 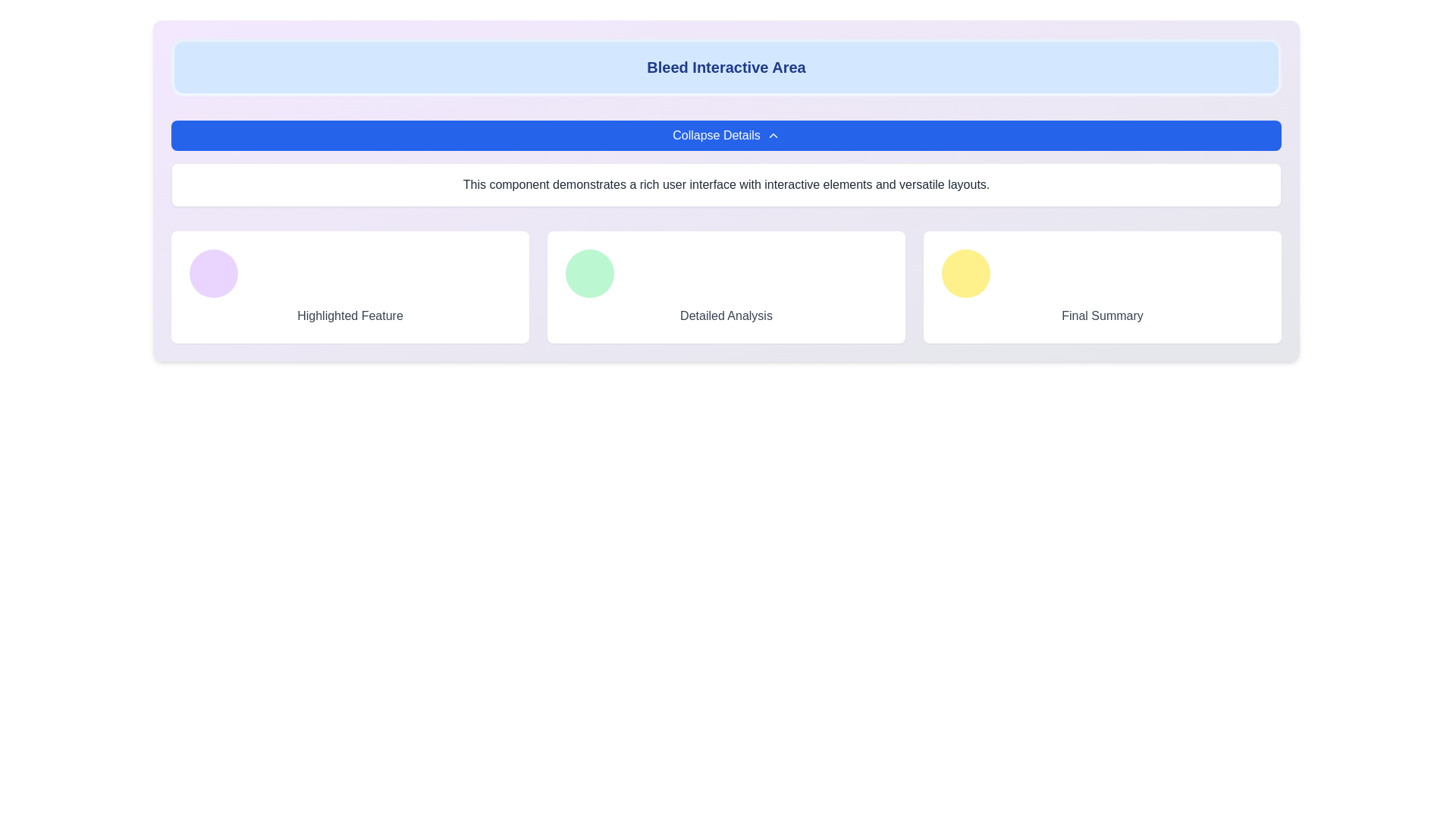 What do you see at coordinates (726, 134) in the screenshot?
I see `the 'Collapse Details' button, which is a horizontally rectangular button with a vibrant blue background and white text, located below the 'Bleed Interactive Area' header` at bounding box center [726, 134].